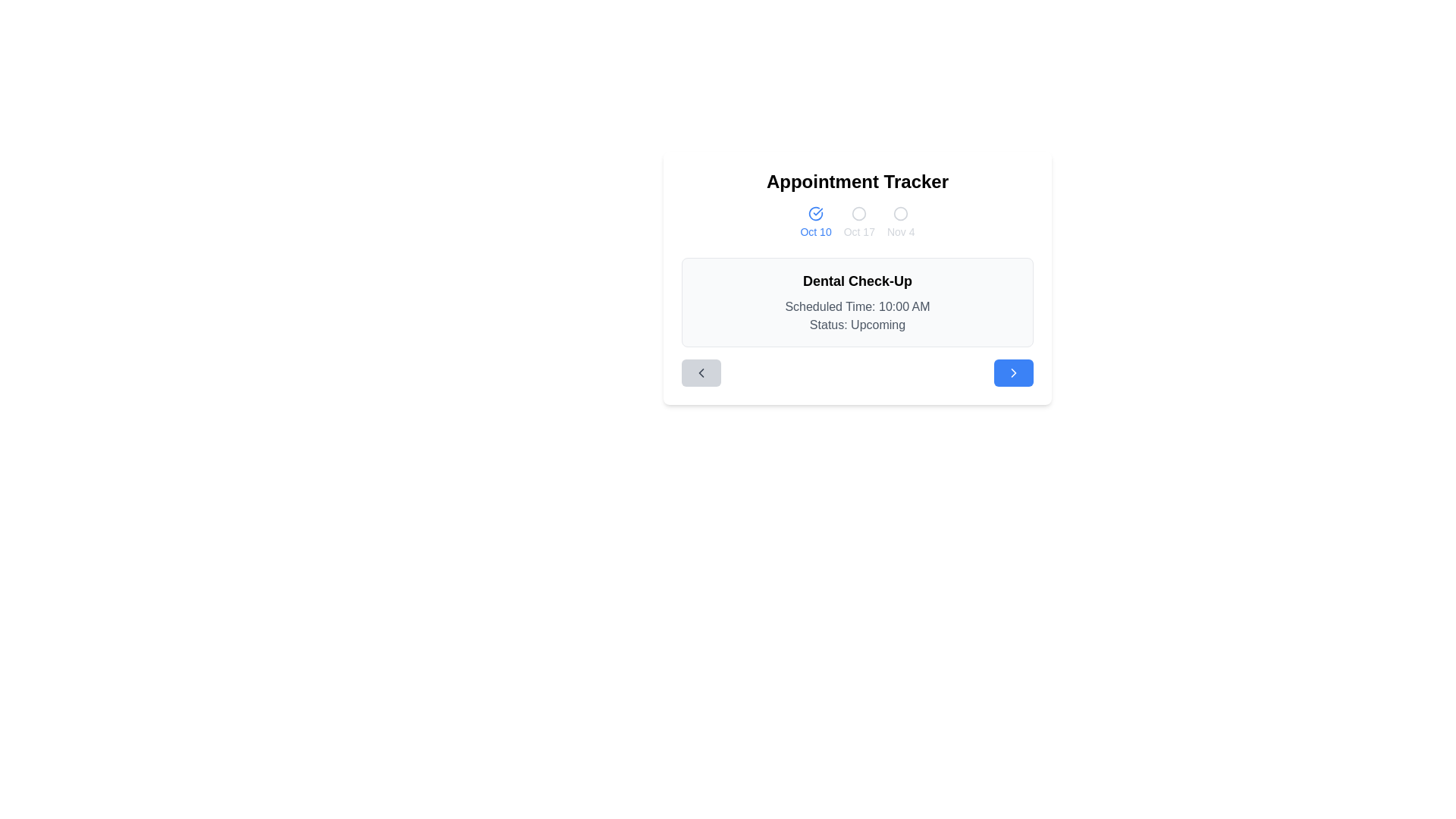 This screenshot has width=1456, height=819. What do you see at coordinates (815, 213) in the screenshot?
I see `the checked state icon that indicates the selection for the date 'Oct 10'` at bounding box center [815, 213].